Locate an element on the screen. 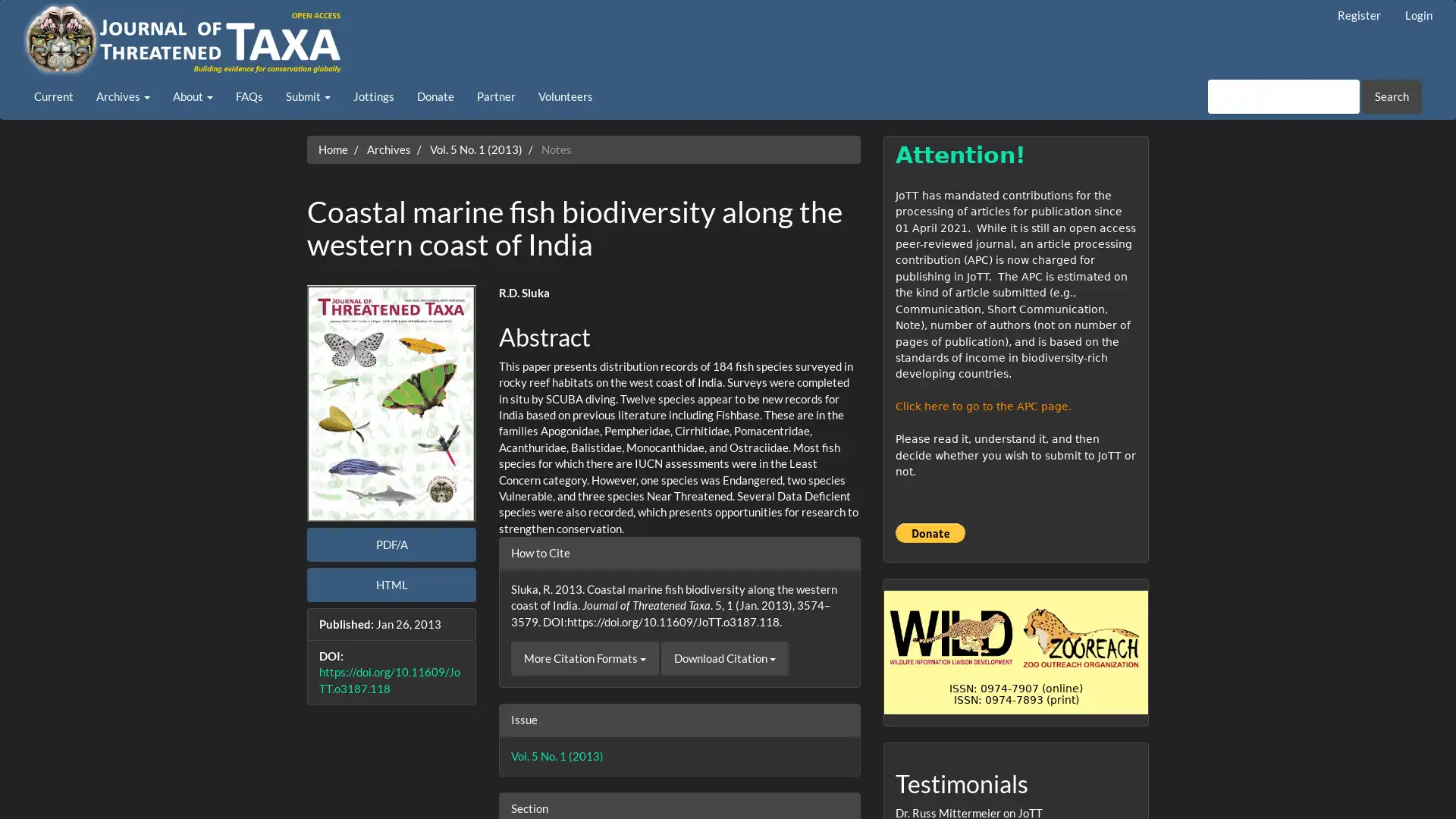  Search is located at coordinates (1392, 96).